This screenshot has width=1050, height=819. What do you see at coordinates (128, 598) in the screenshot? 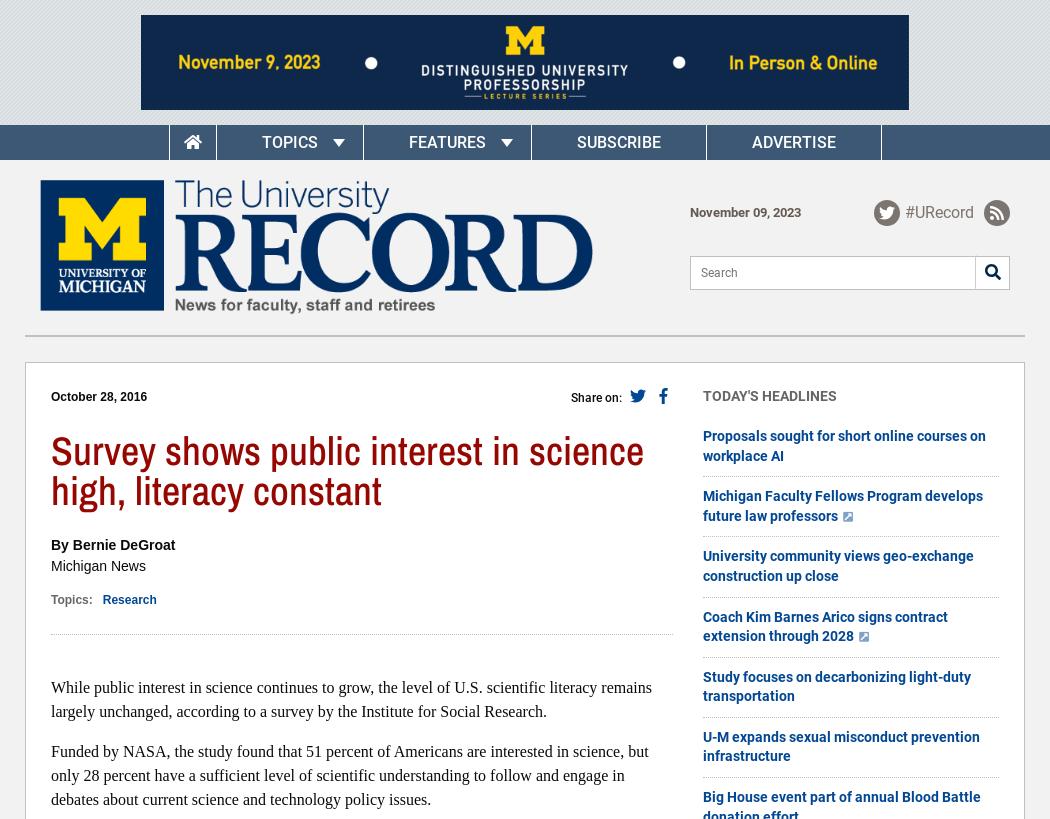
I see `'Research'` at bounding box center [128, 598].